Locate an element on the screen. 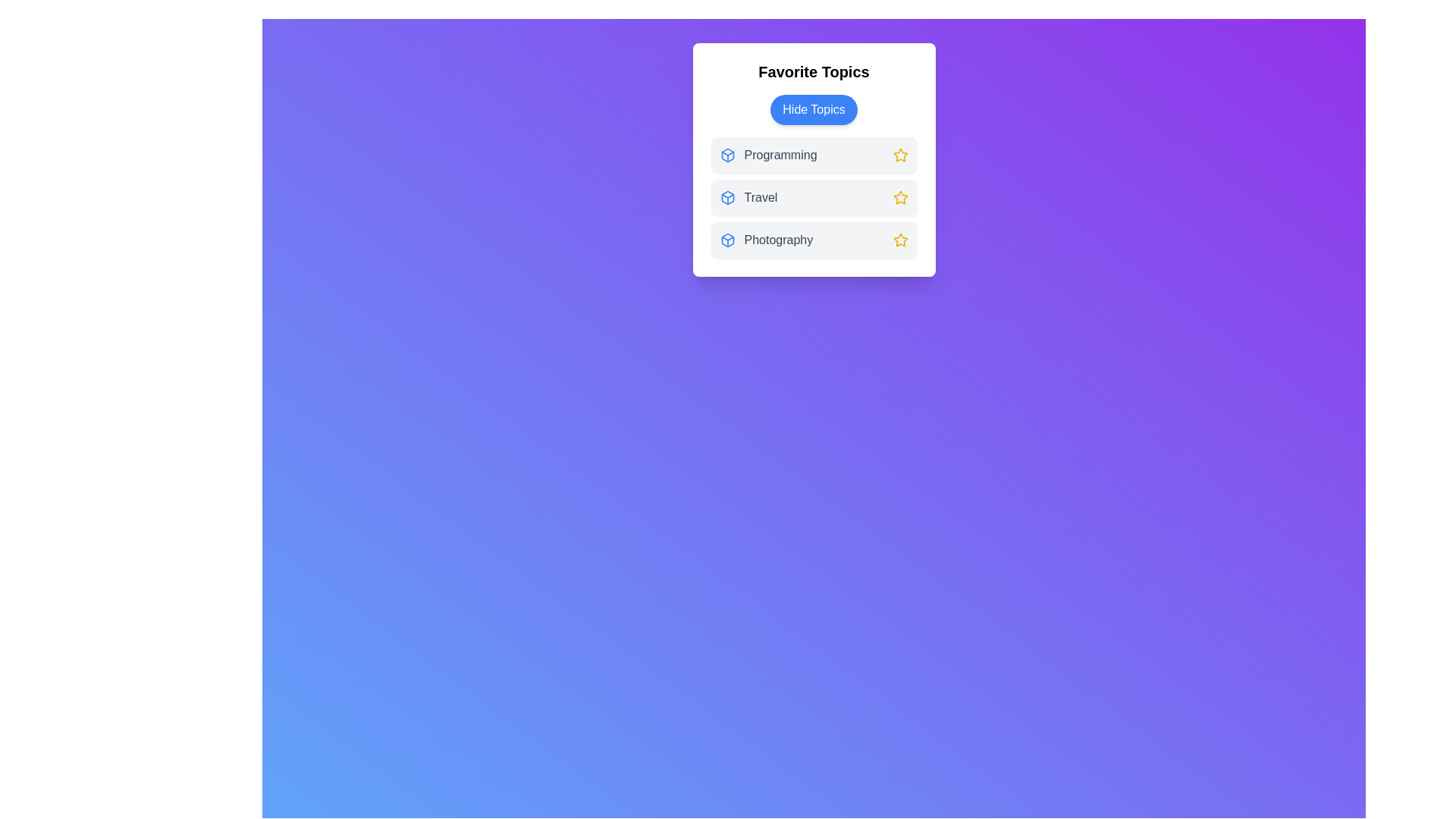  the cube-like SVG icon with a blue outline located to the left of the 'Travel' text is located at coordinates (726, 197).